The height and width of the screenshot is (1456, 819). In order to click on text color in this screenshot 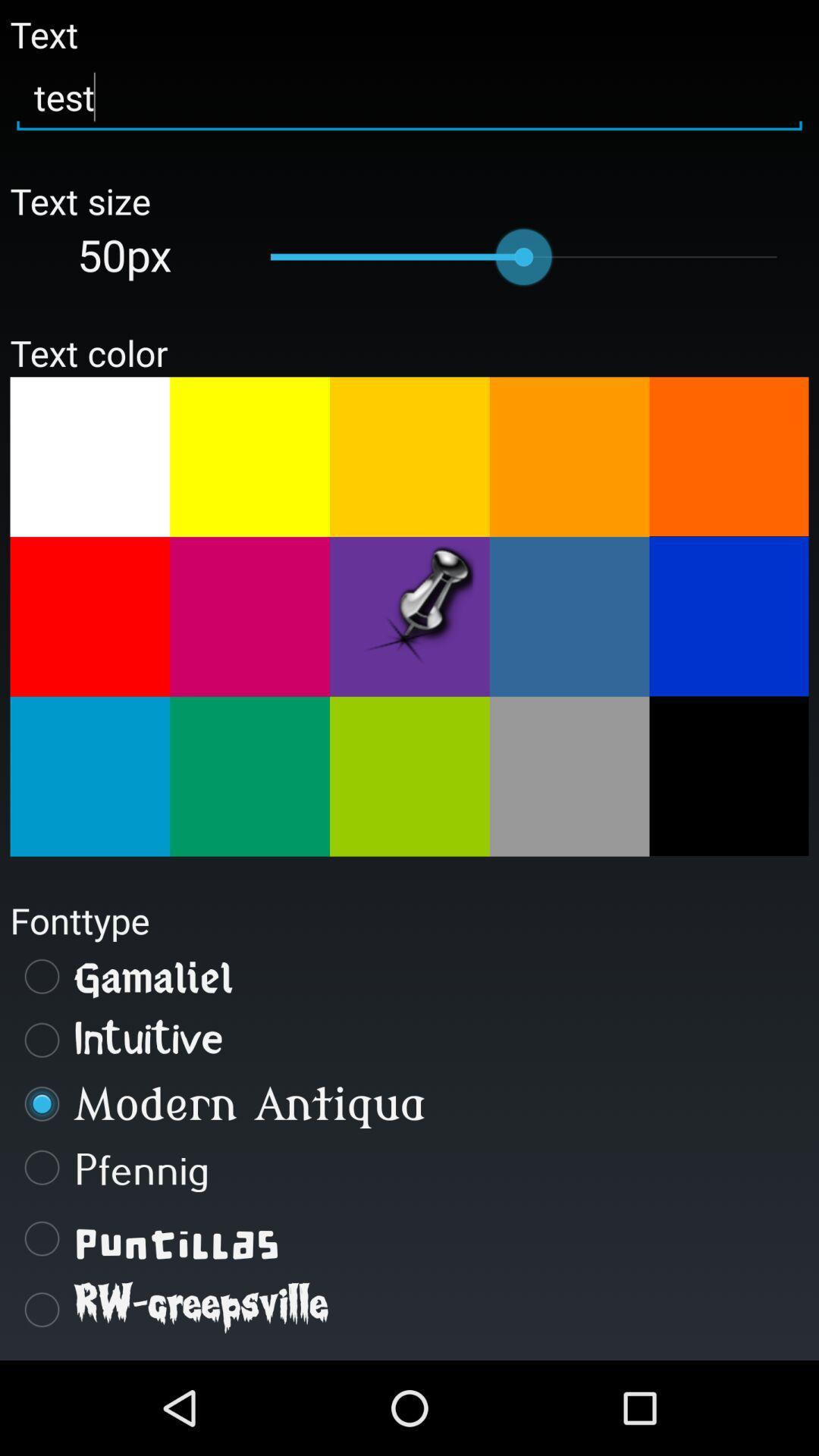, I will do `click(409, 617)`.